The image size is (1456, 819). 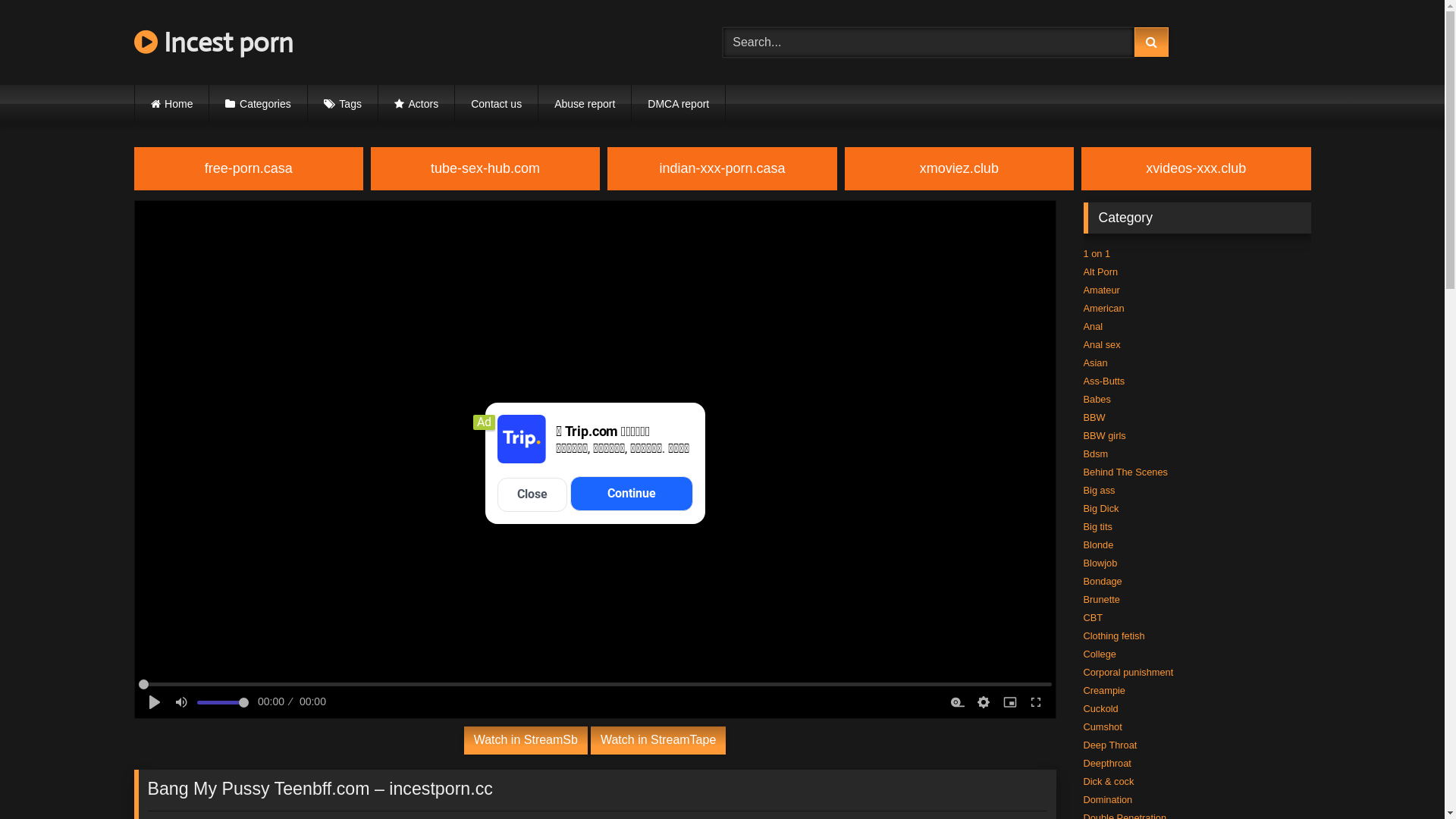 What do you see at coordinates (1103, 380) in the screenshot?
I see `'Ass-Butts'` at bounding box center [1103, 380].